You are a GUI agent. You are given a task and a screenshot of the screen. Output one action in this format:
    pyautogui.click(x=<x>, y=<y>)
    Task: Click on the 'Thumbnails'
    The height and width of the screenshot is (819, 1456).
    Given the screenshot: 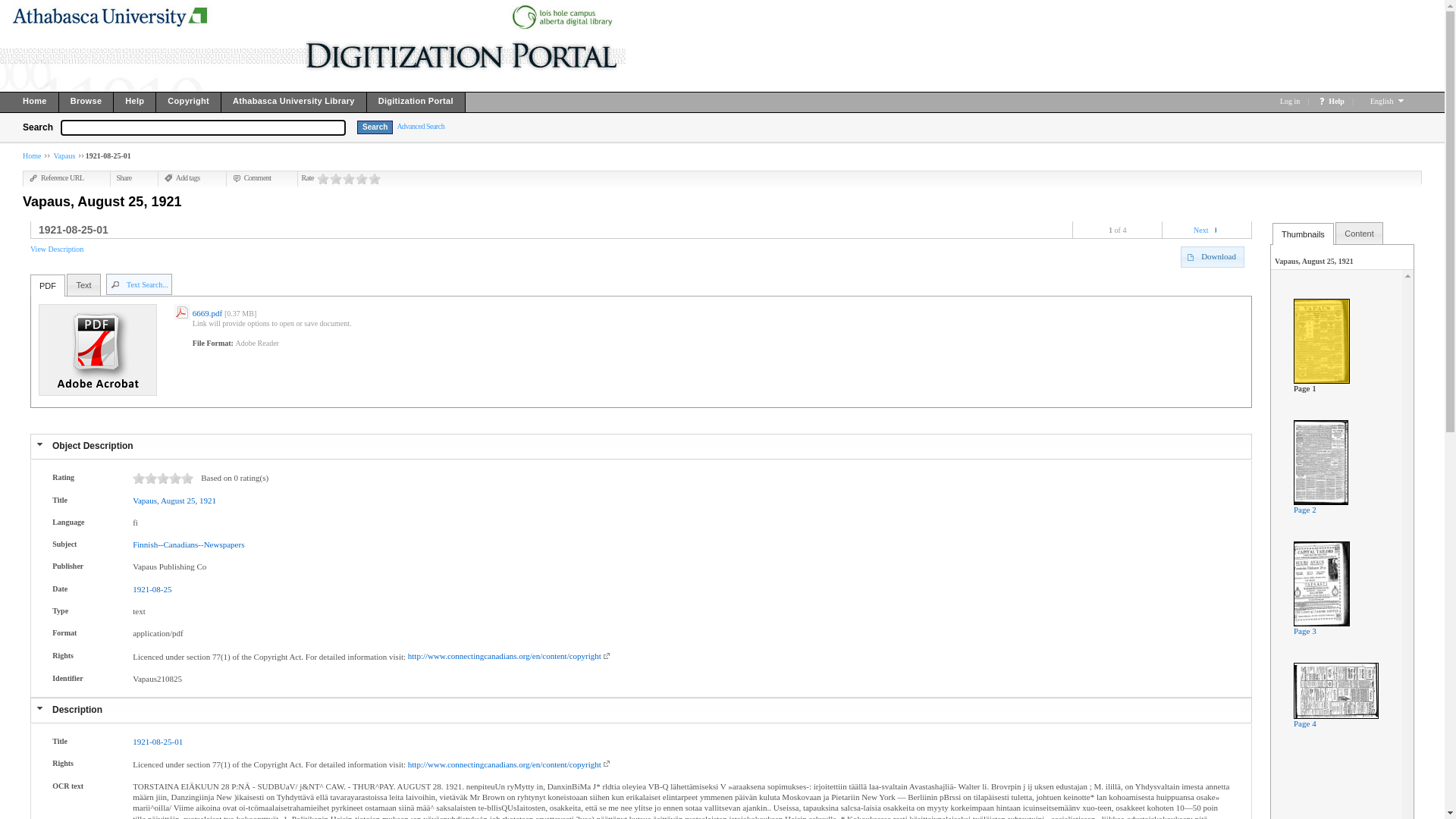 What is the action you would take?
    pyautogui.click(x=1273, y=234)
    